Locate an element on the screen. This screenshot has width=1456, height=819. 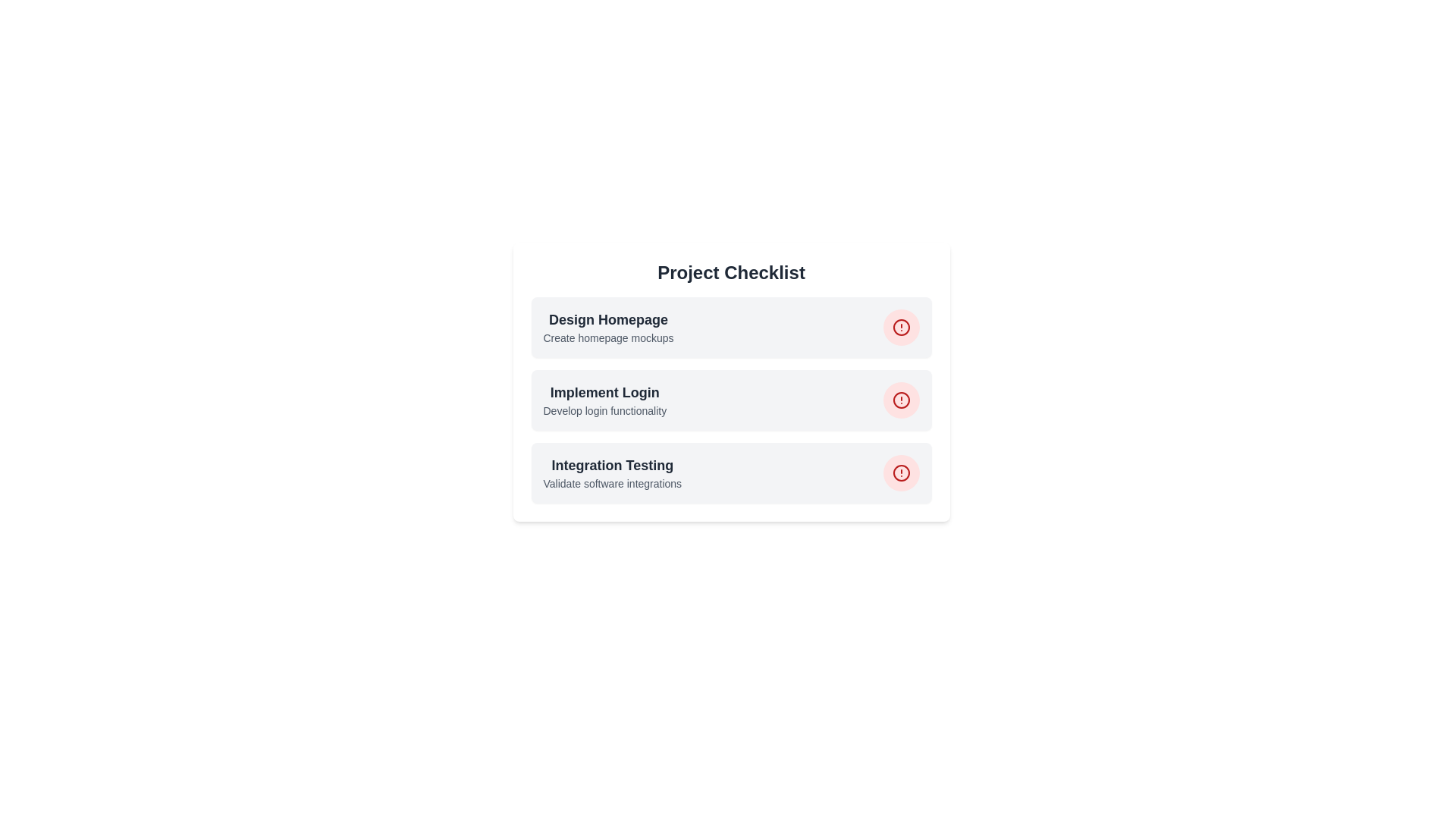
content displayed in the text element showing 'Develop login functionality', which is located below the heading 'Implement Login' is located at coordinates (604, 411).